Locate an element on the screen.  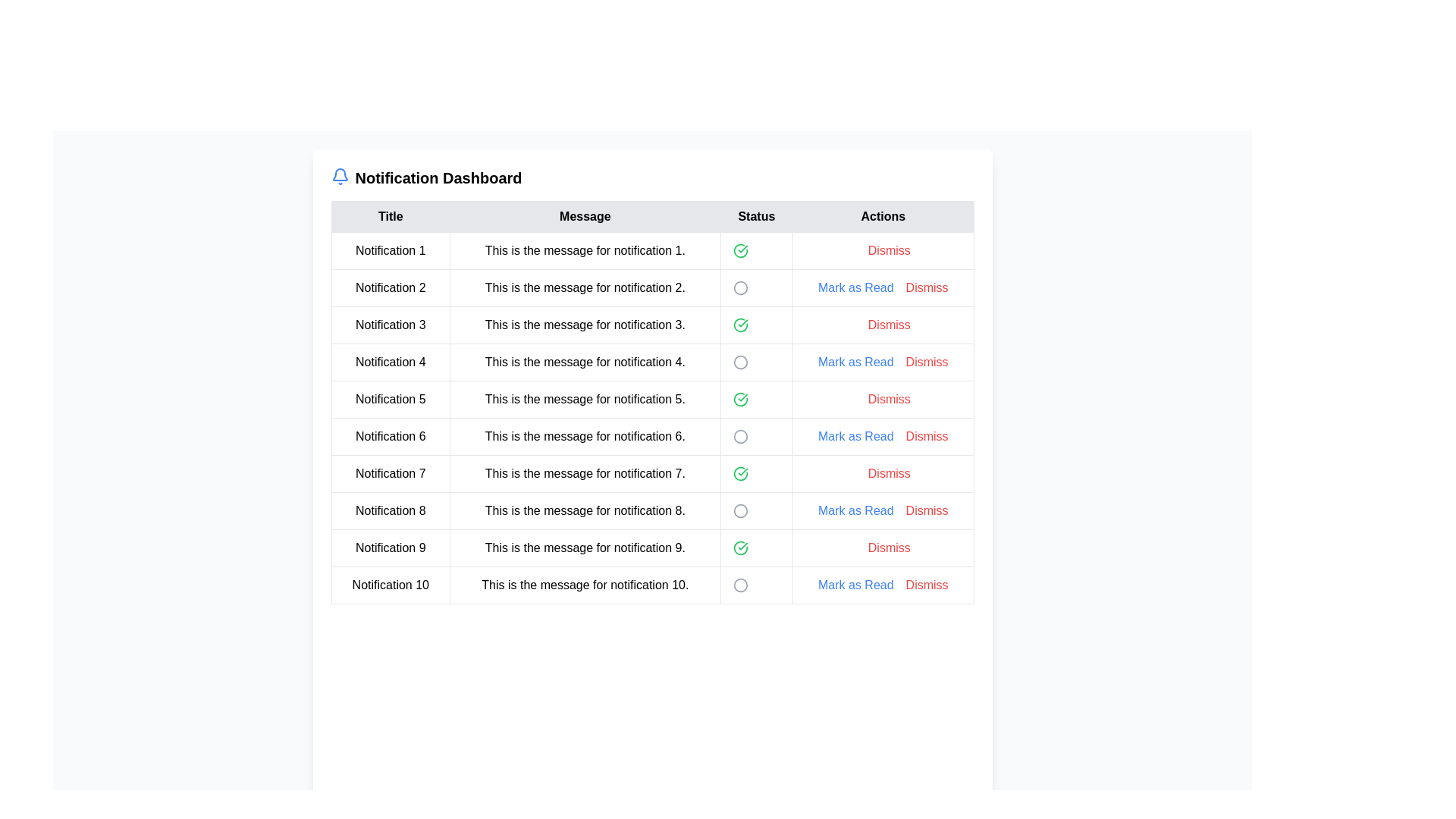
the text message that reads 'This is the message for notification 2.' located in the second row of the notifications list under the 'Message' column is located at coordinates (584, 288).